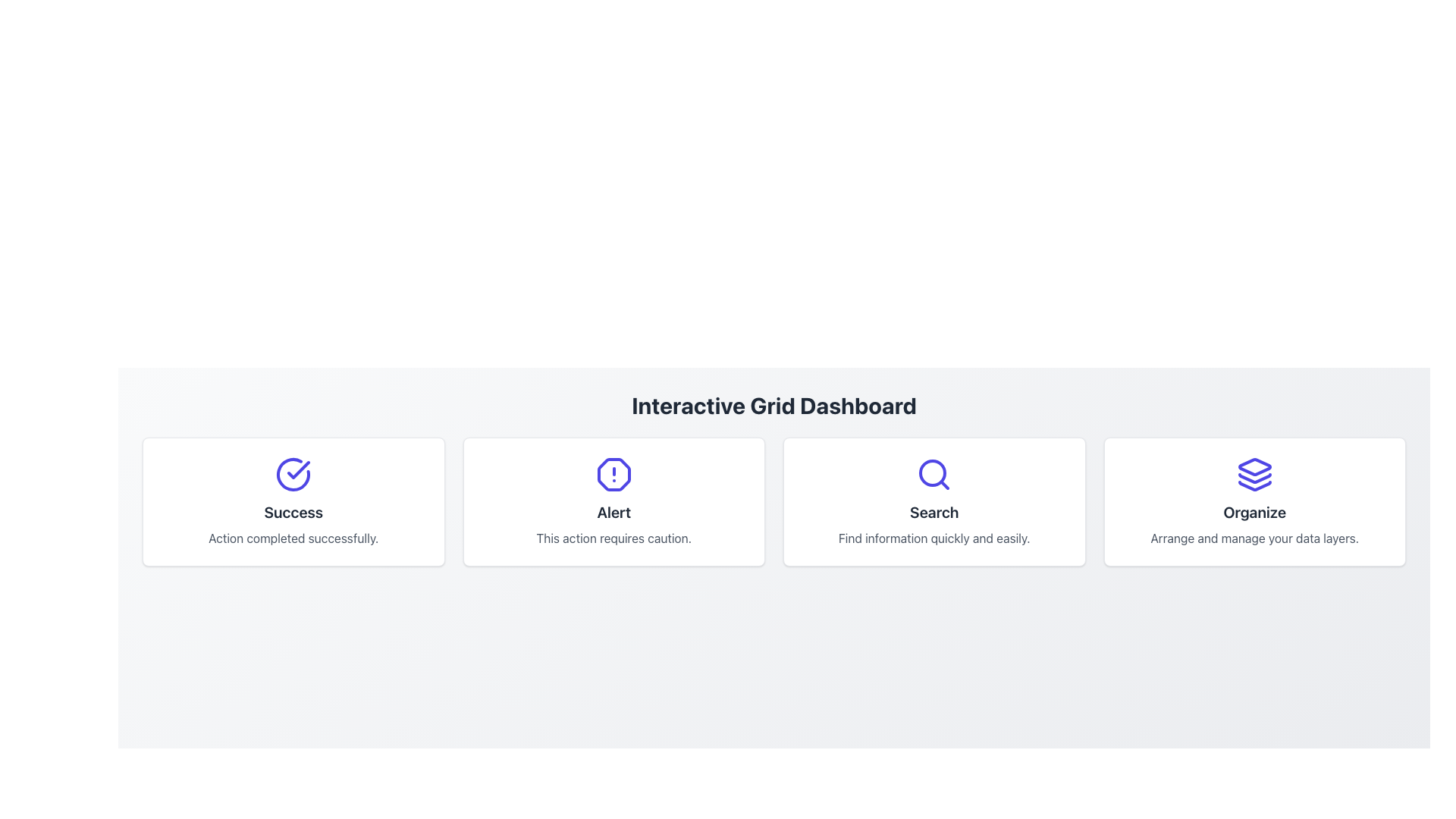 The width and height of the screenshot is (1456, 819). I want to click on the second card in a row of four, which displays an alert message to caution the user, so click(613, 502).